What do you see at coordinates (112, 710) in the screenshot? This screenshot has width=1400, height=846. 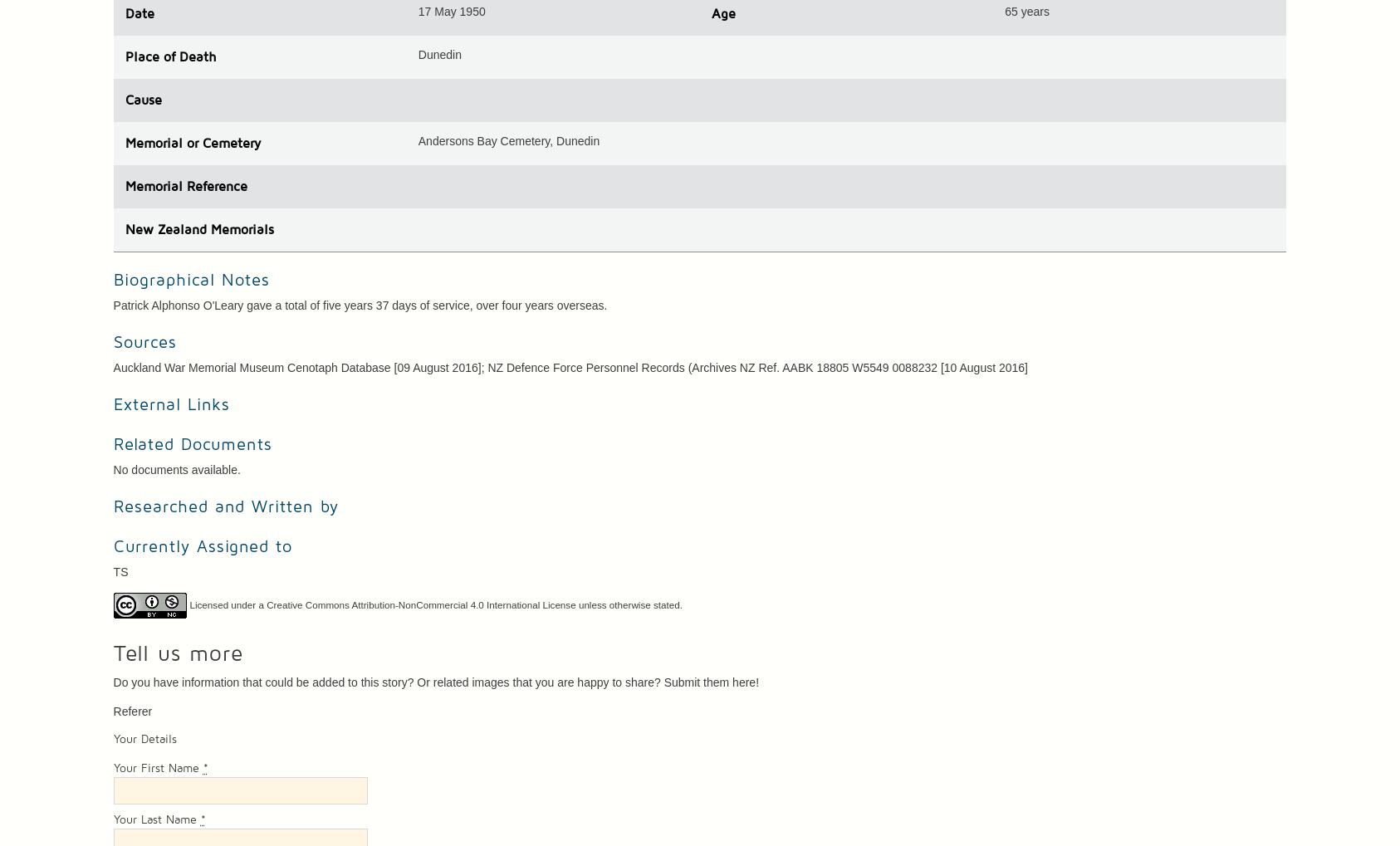 I see `'Referer'` at bounding box center [112, 710].